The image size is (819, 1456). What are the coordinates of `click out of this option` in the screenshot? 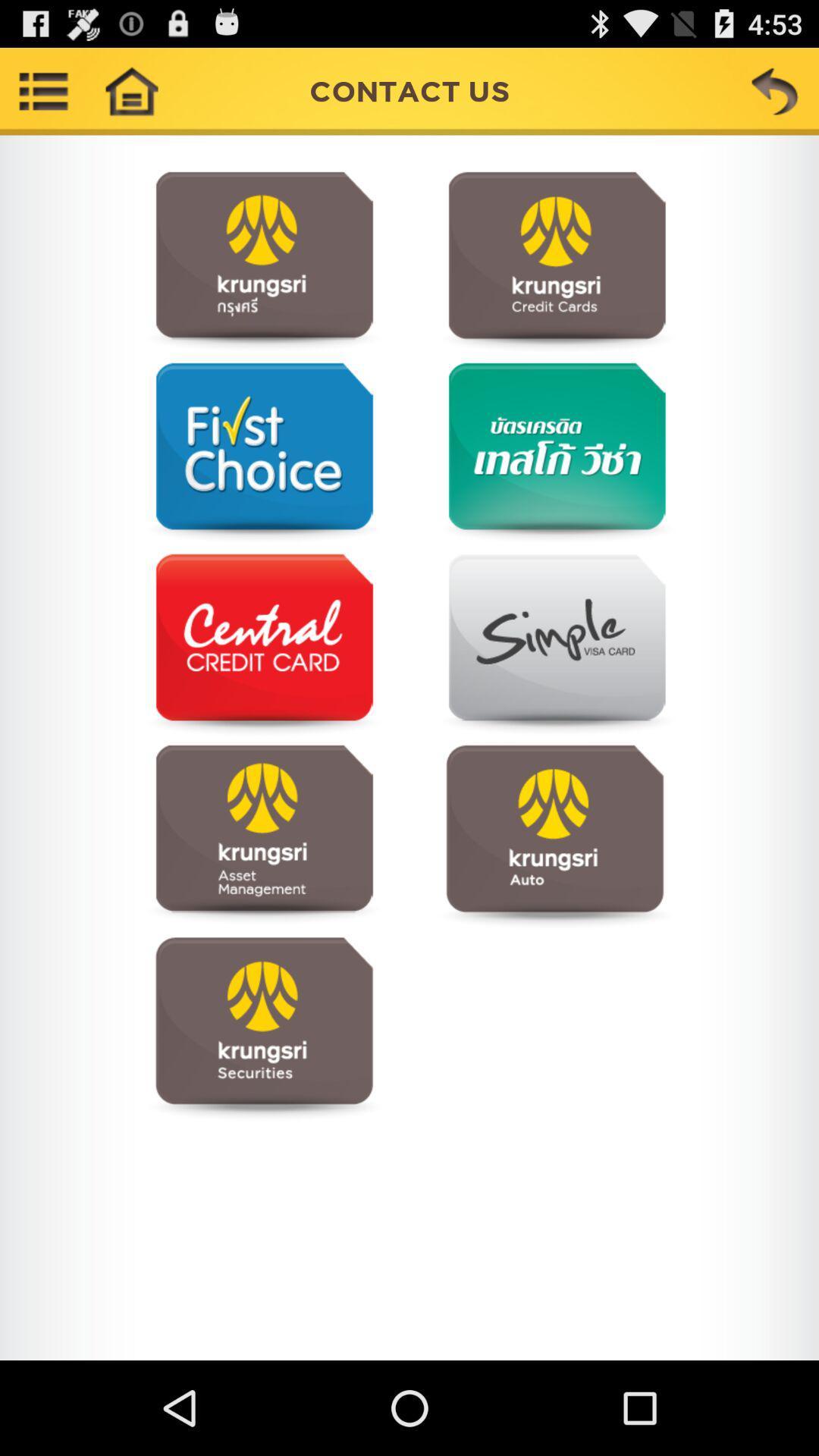 It's located at (263, 645).